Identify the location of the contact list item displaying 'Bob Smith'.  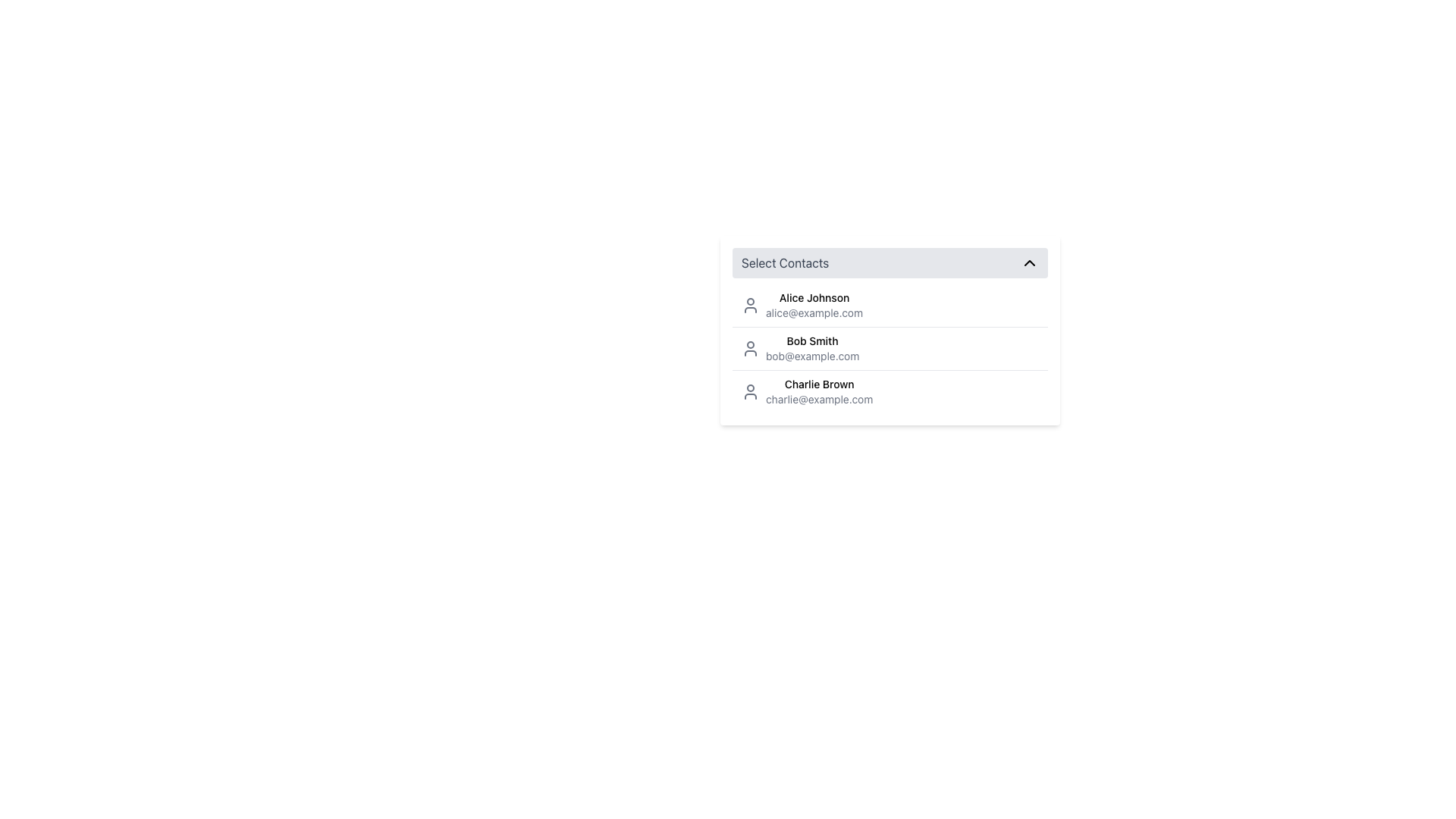
(799, 348).